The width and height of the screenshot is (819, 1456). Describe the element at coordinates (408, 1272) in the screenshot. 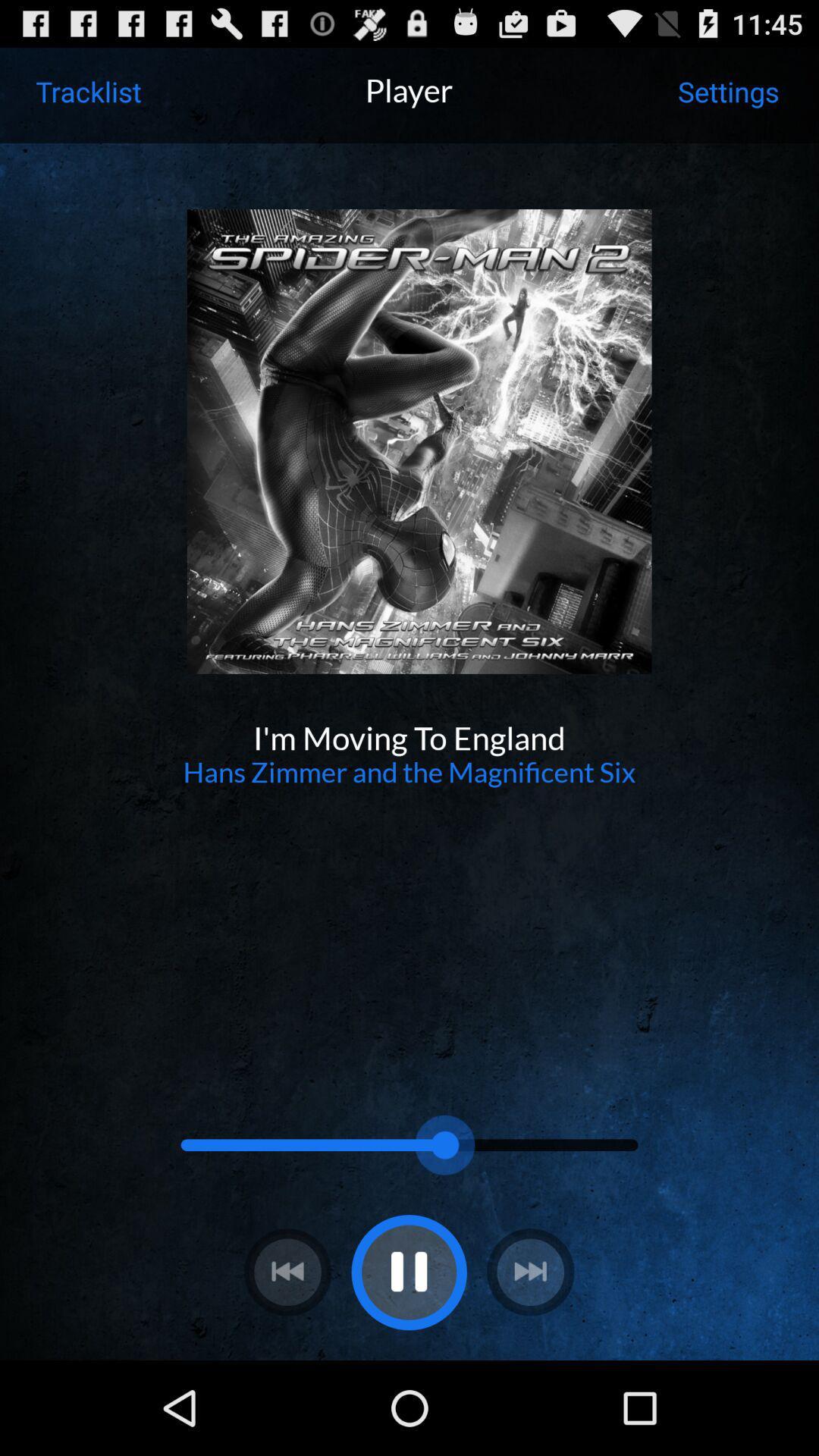

I see `pause` at that location.